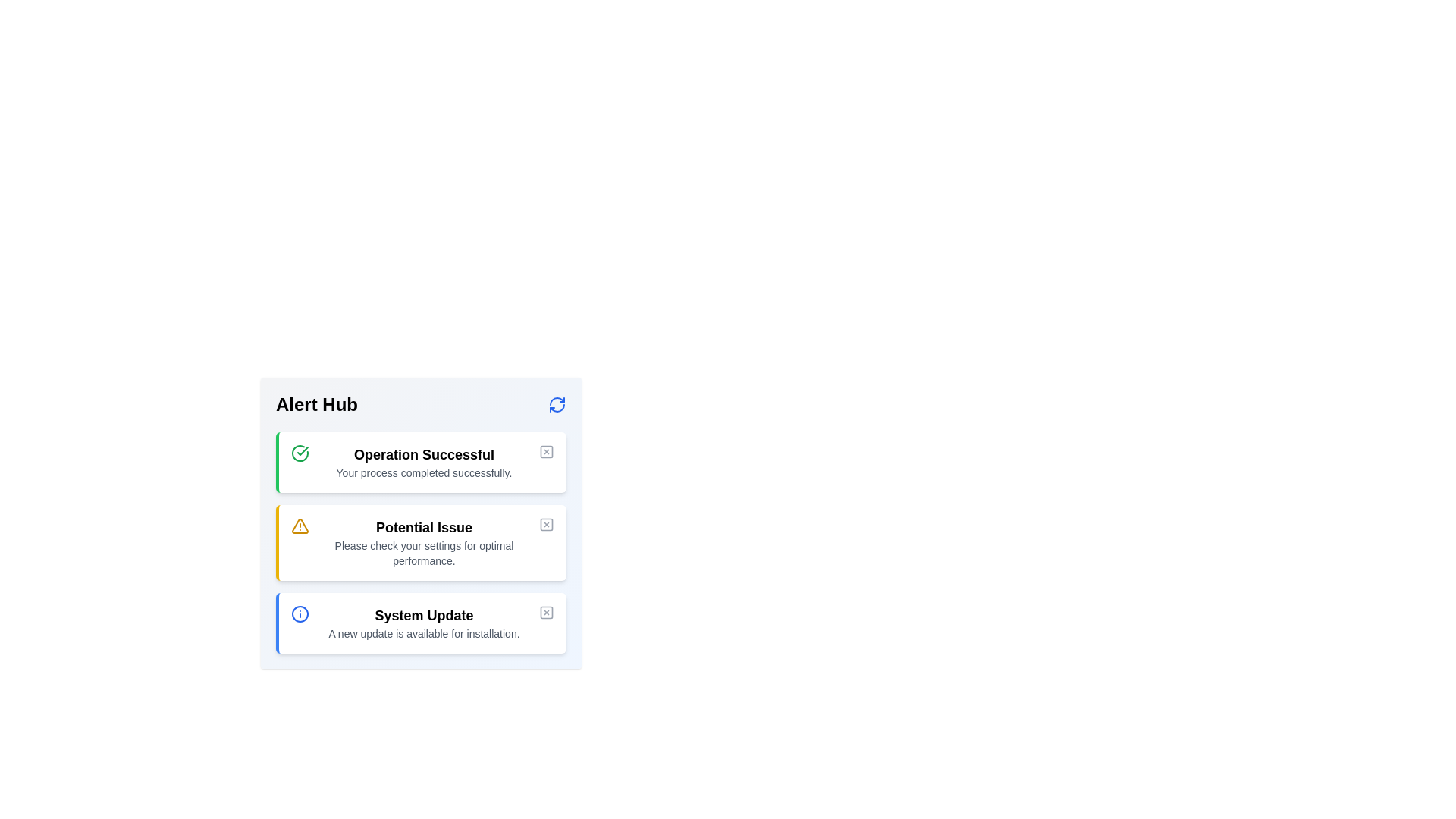 This screenshot has height=819, width=1456. Describe the element at coordinates (300, 614) in the screenshot. I see `icon on the left side of the 'System Update' notification card, which is the third item in the vertical stack, for additional details` at that location.